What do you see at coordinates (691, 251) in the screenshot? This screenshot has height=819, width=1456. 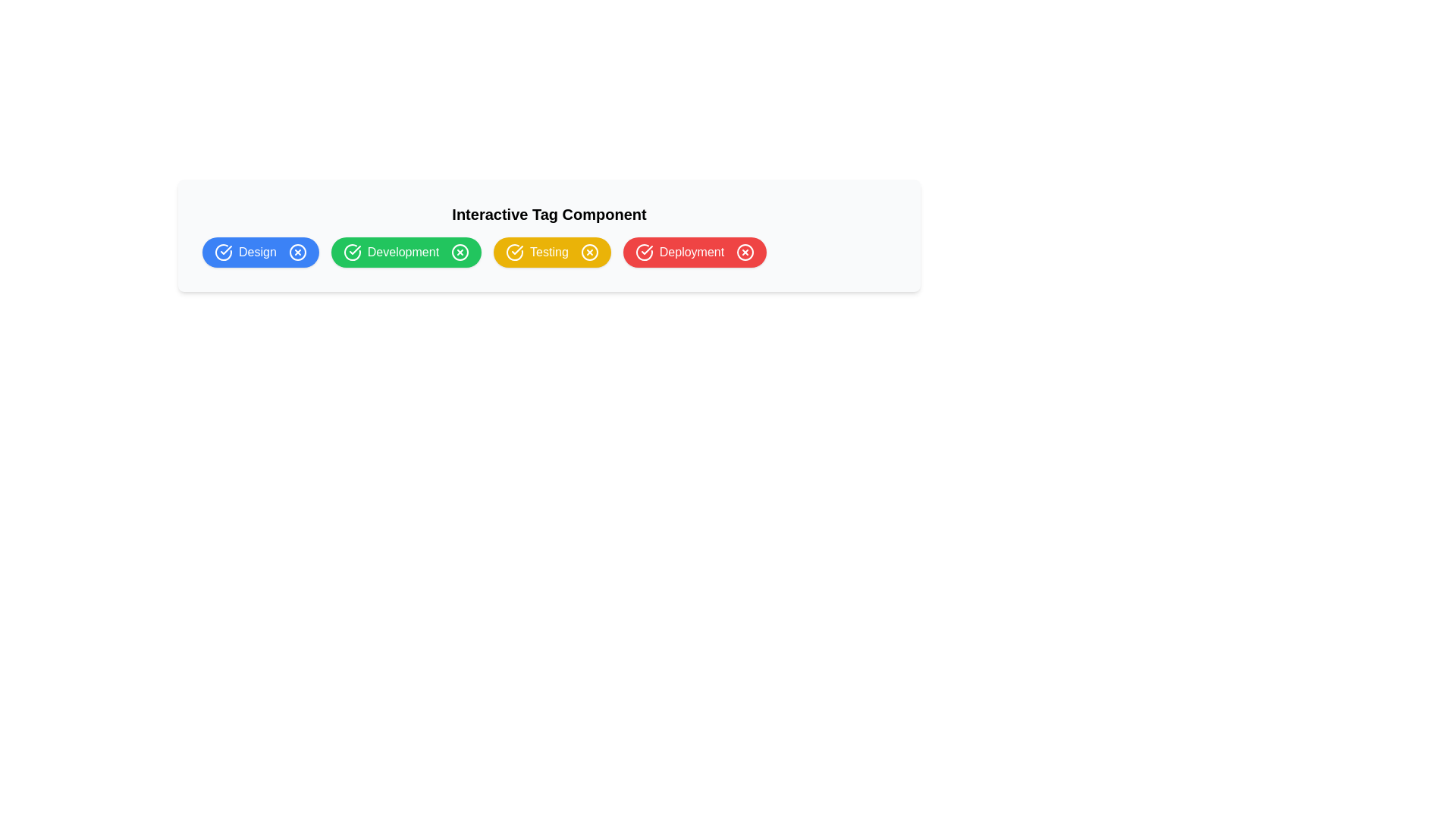 I see `text label displaying 'Deployment' which is styled in white text against a red rounded-rectangle background, located in a button-like structure as the fourth option in a horizontal list` at bounding box center [691, 251].